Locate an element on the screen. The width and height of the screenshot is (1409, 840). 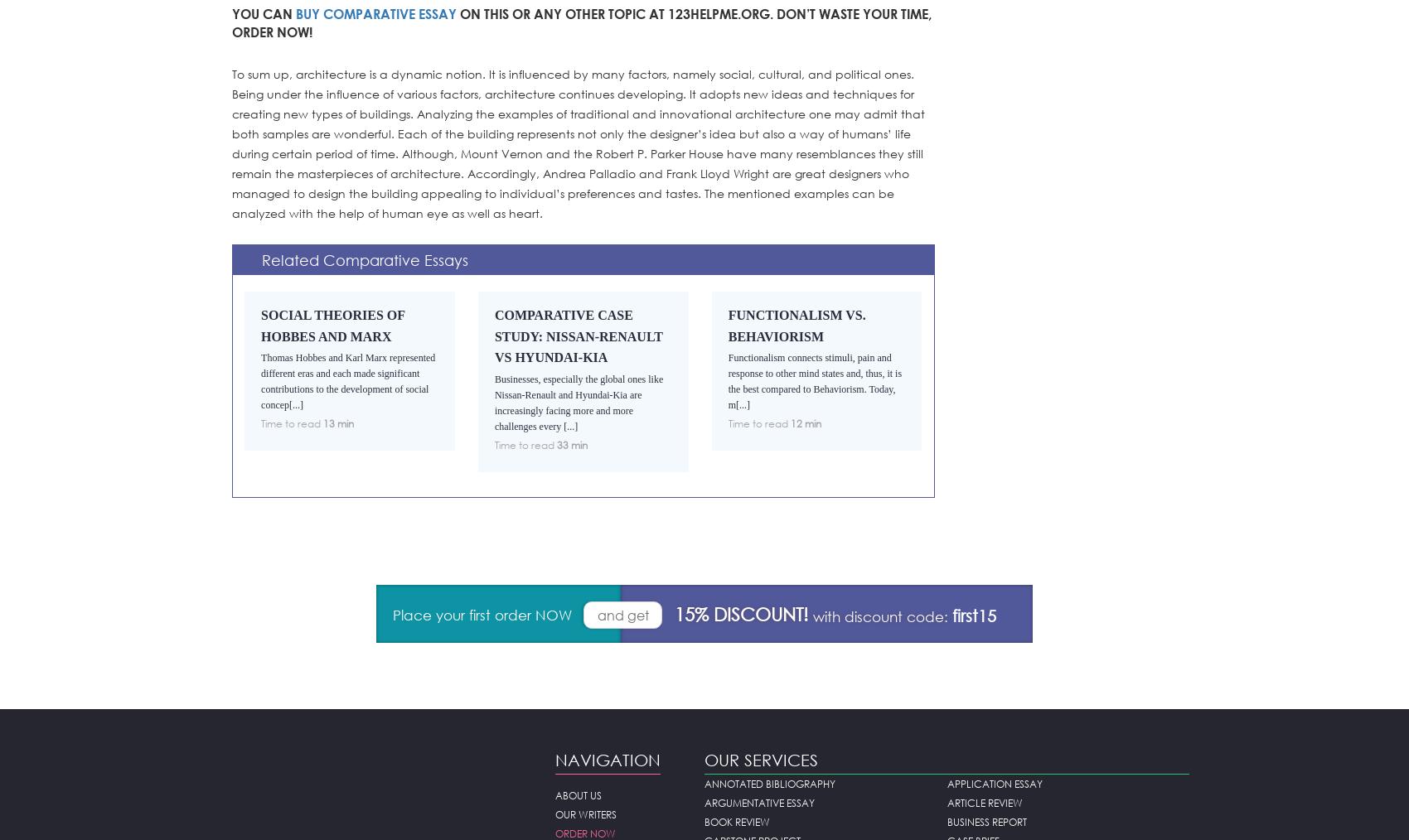
'on this or any other topic at 123HelpMe.org. Don’t waste your time, order now!' is located at coordinates (231, 22).